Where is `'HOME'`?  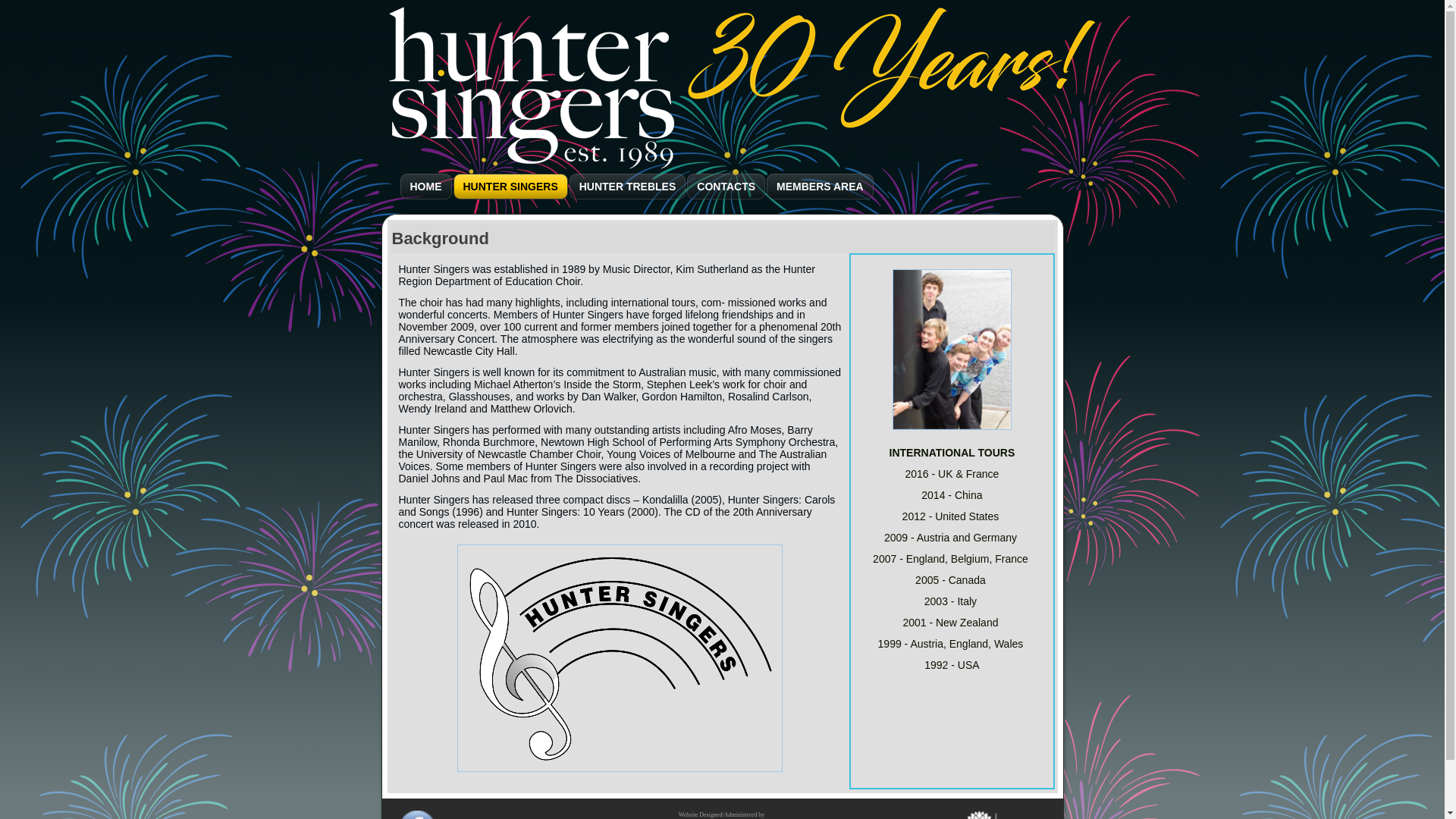 'HOME' is located at coordinates (425, 186).